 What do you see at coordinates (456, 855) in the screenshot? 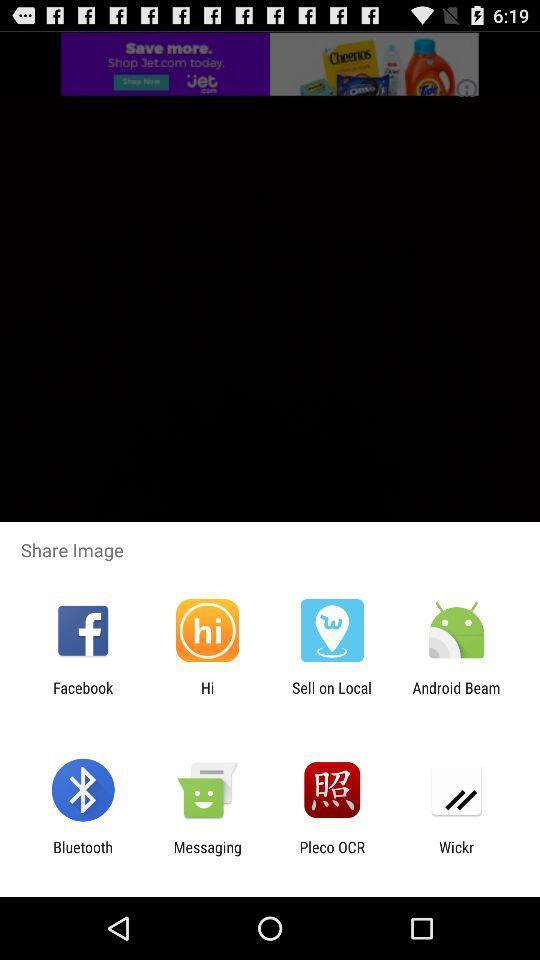
I see `the app to the right of the pleco ocr item` at bounding box center [456, 855].